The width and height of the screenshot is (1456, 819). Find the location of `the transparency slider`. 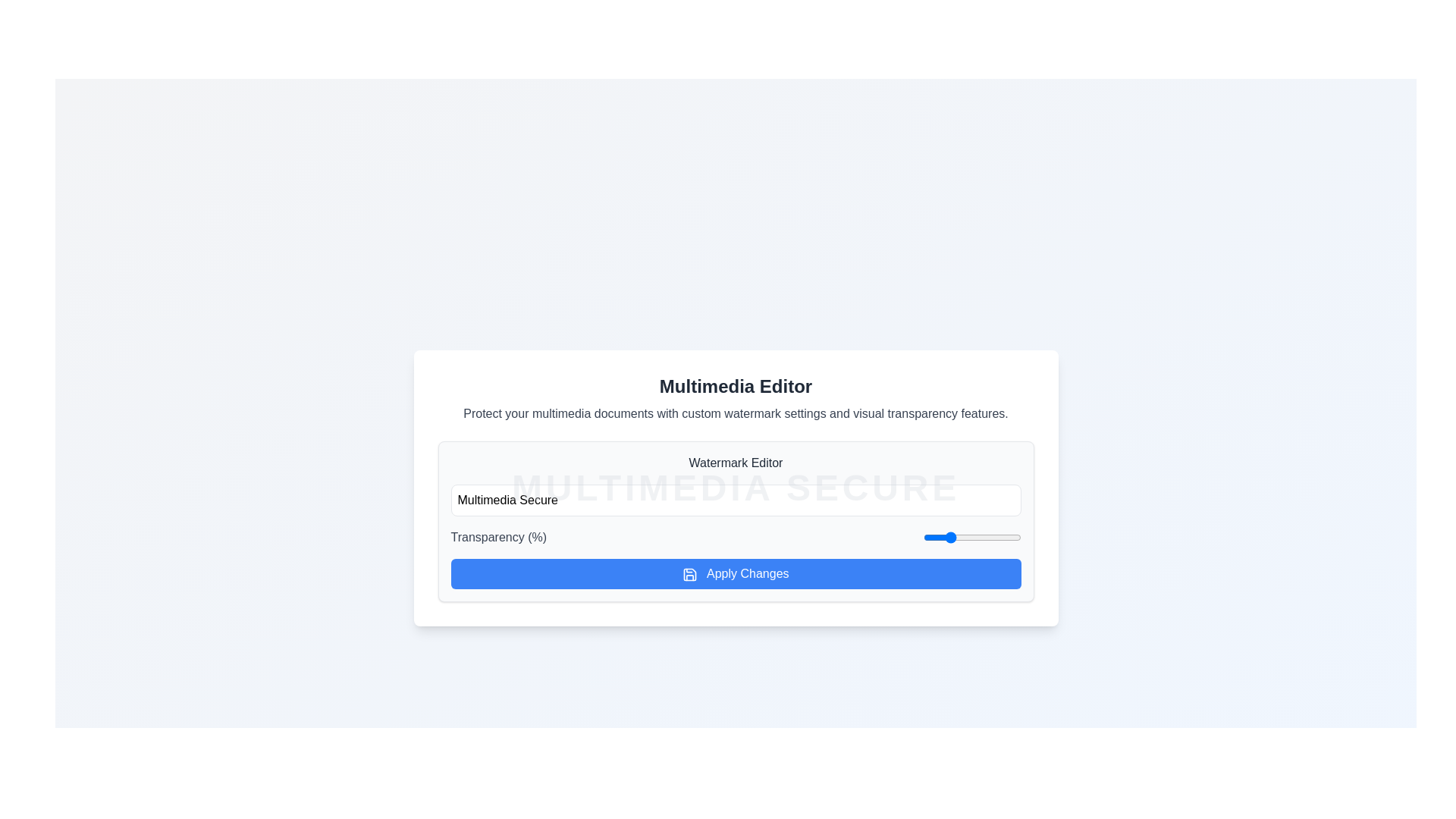

the transparency slider is located at coordinates (981, 537).